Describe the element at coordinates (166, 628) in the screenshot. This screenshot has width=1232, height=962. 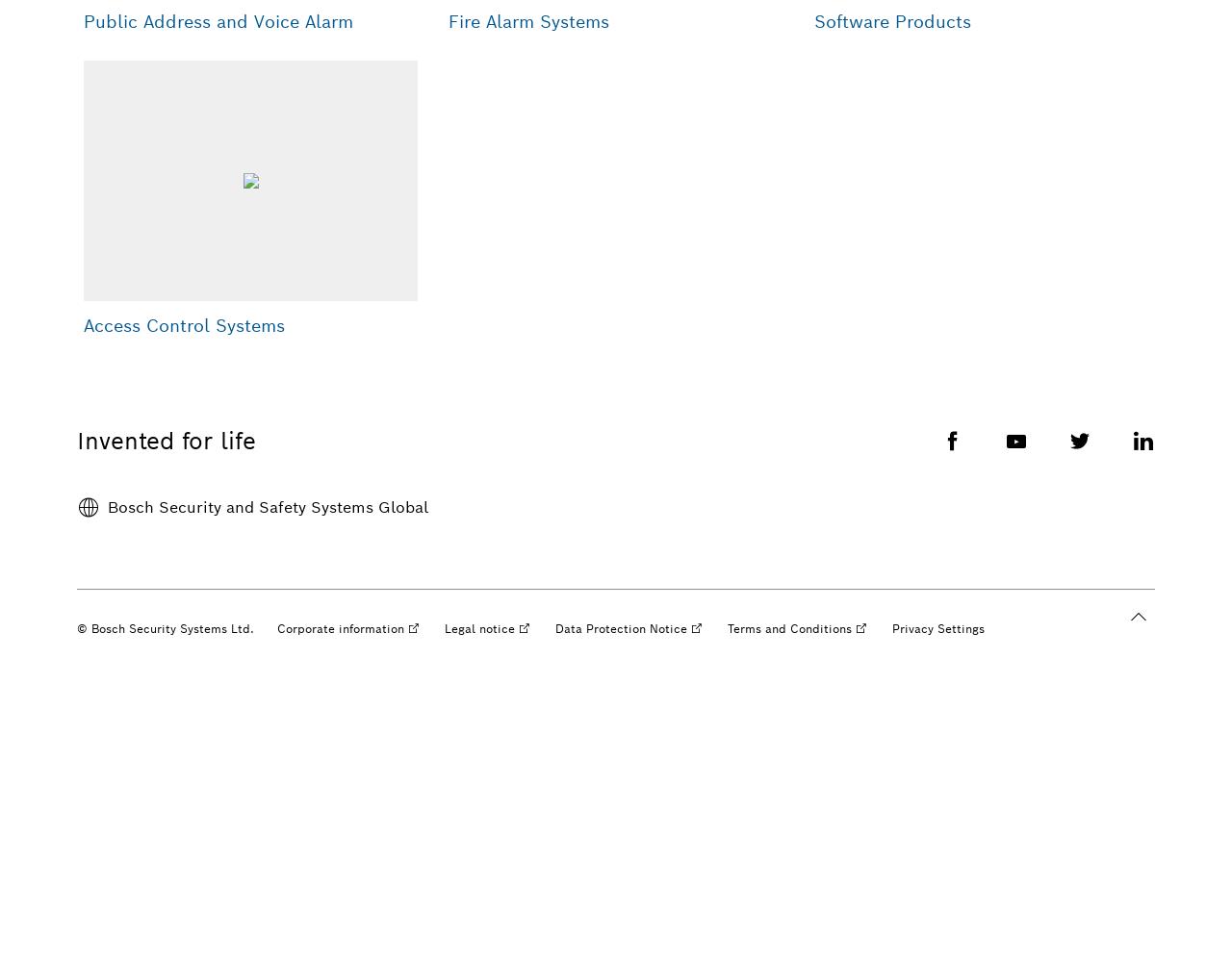
I see `'© Bosch Security Systems Ltd.'` at that location.